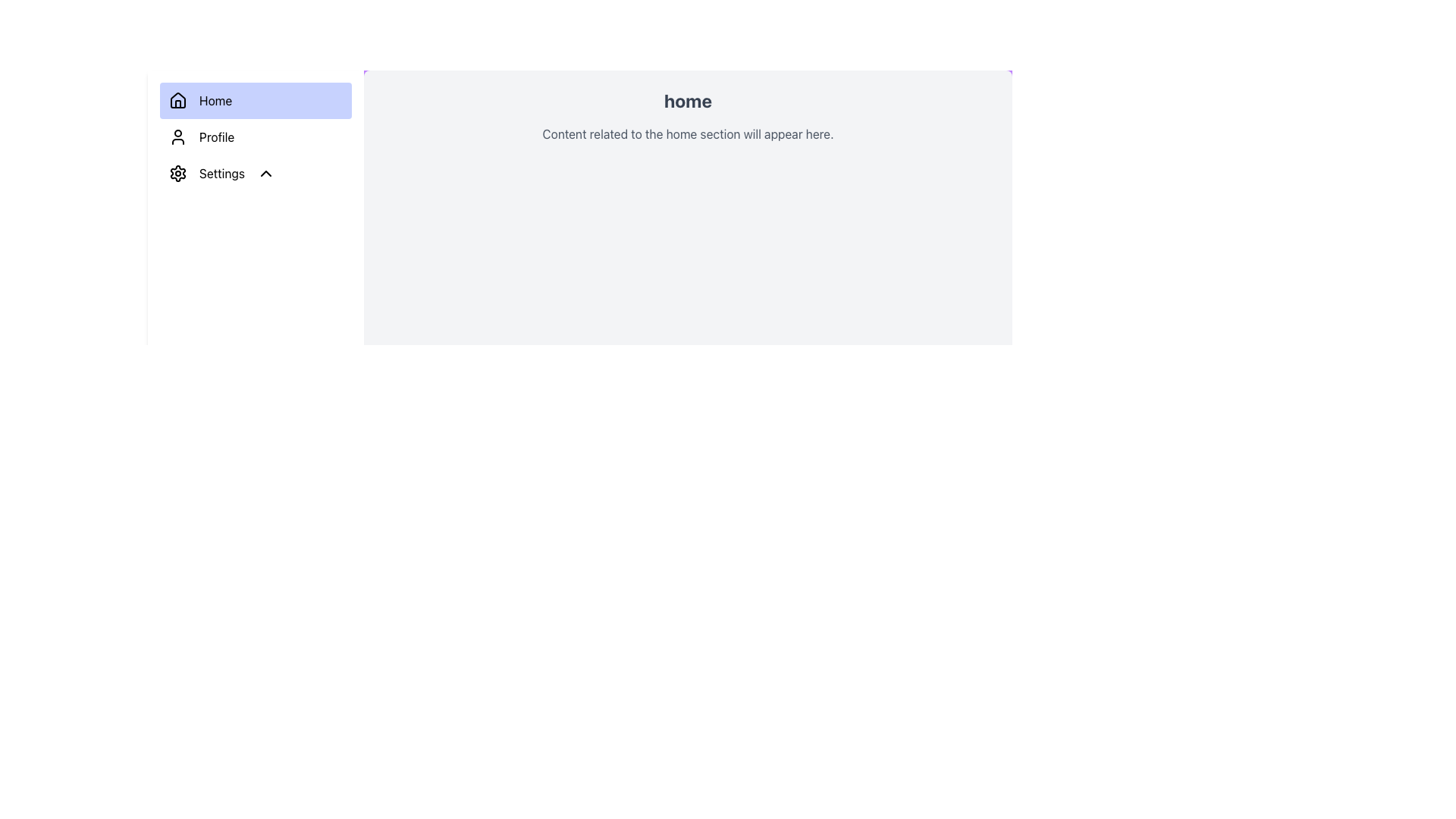 This screenshot has width=1456, height=819. I want to click on the second item in the vertical navigation menu, so click(256, 137).